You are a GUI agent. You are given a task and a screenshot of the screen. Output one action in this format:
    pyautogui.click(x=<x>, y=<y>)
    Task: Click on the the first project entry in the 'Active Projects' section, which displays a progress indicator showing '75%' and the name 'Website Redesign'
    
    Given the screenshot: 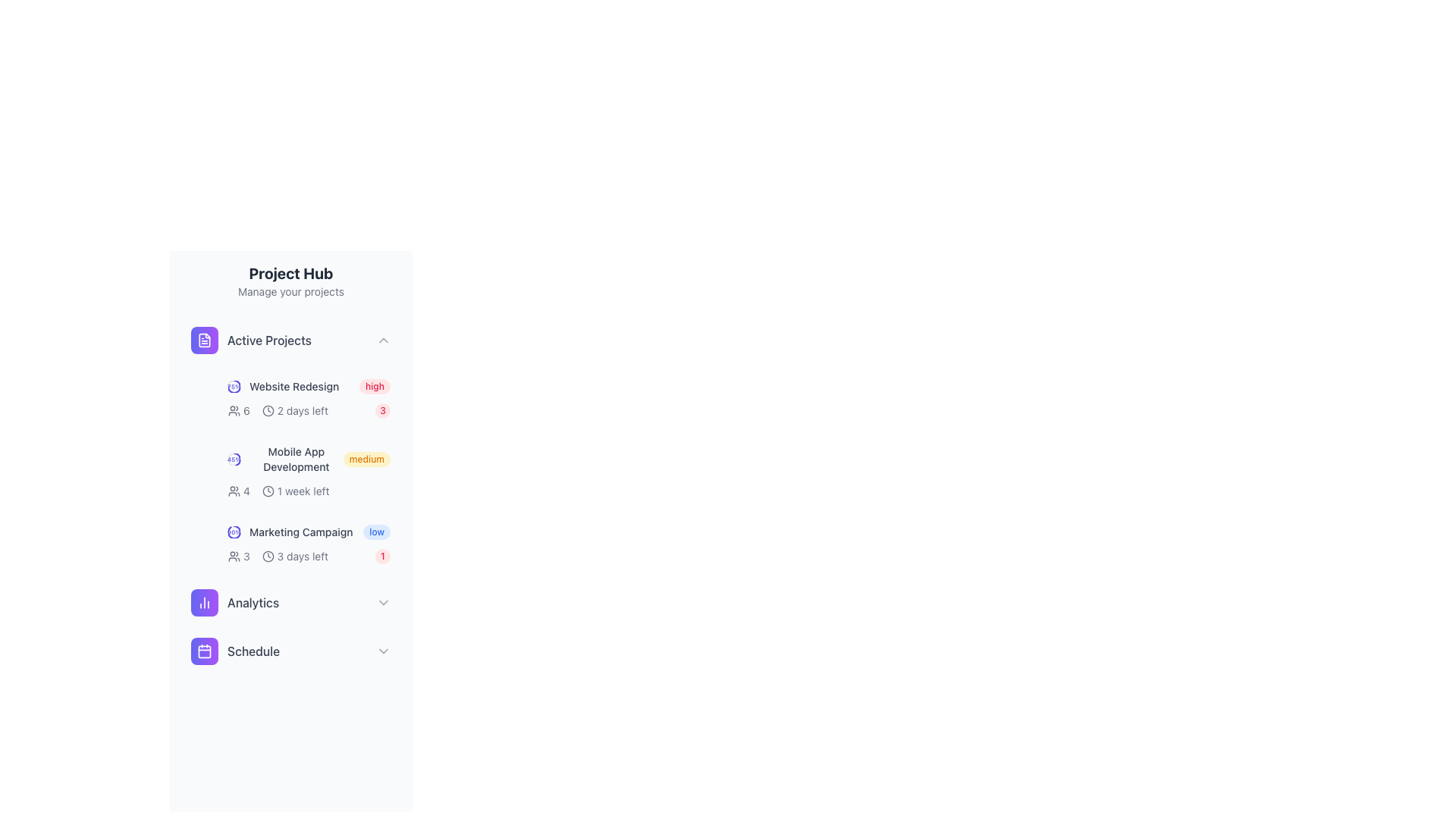 What is the action you would take?
    pyautogui.click(x=284, y=385)
    